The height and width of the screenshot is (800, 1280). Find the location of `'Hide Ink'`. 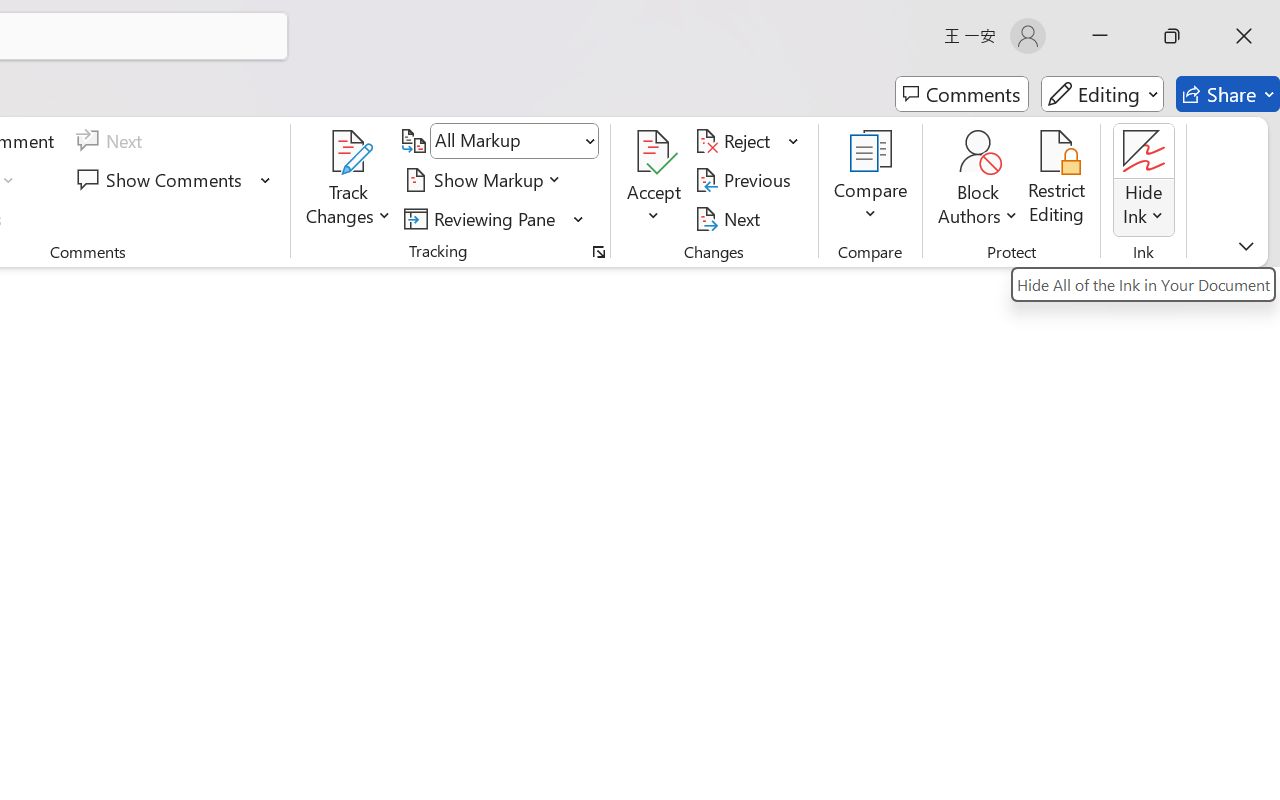

'Hide Ink' is located at coordinates (1144, 179).